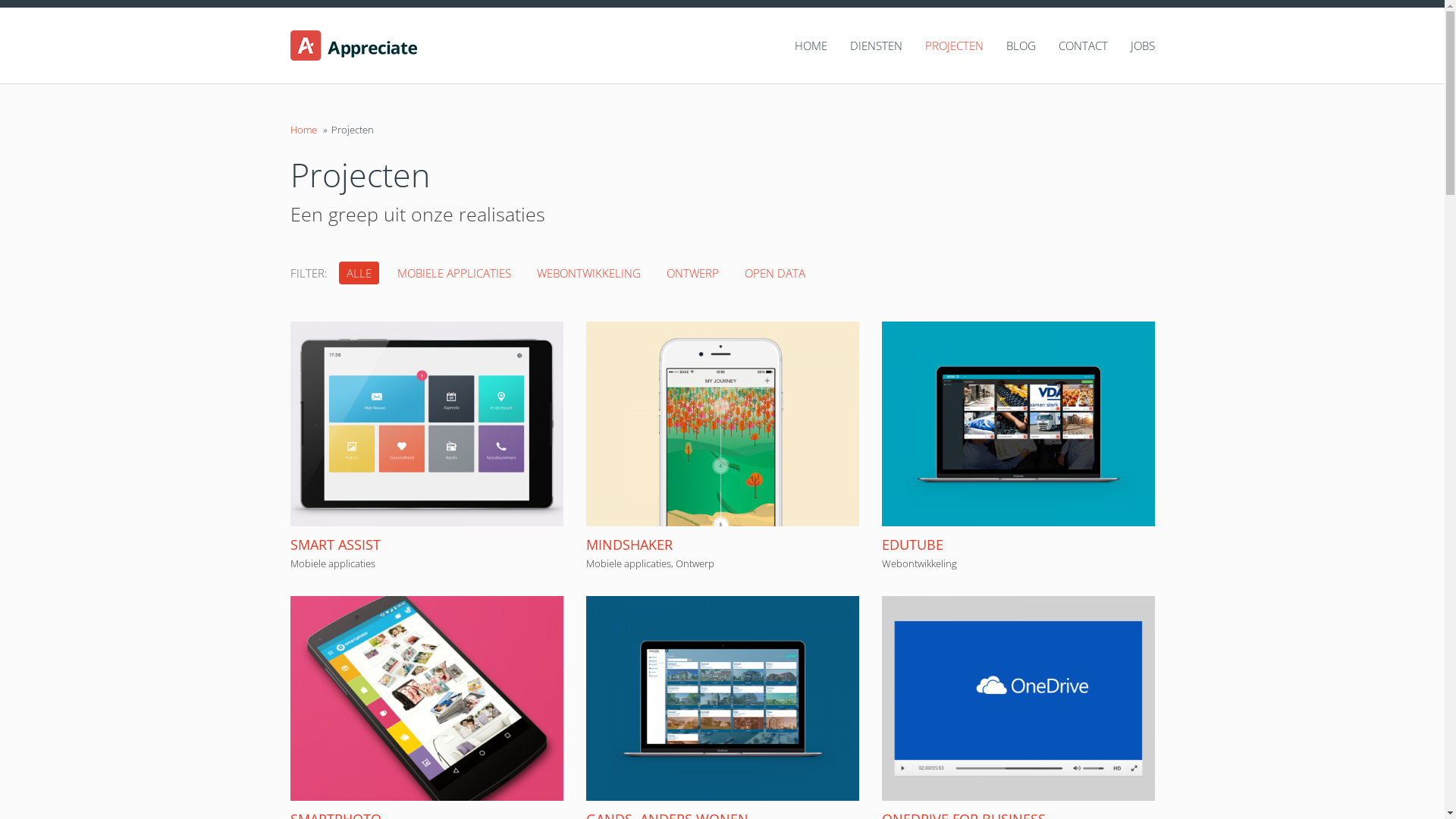 The image size is (1456, 819). What do you see at coordinates (334, 543) in the screenshot?
I see `'SMART ASSIST'` at bounding box center [334, 543].